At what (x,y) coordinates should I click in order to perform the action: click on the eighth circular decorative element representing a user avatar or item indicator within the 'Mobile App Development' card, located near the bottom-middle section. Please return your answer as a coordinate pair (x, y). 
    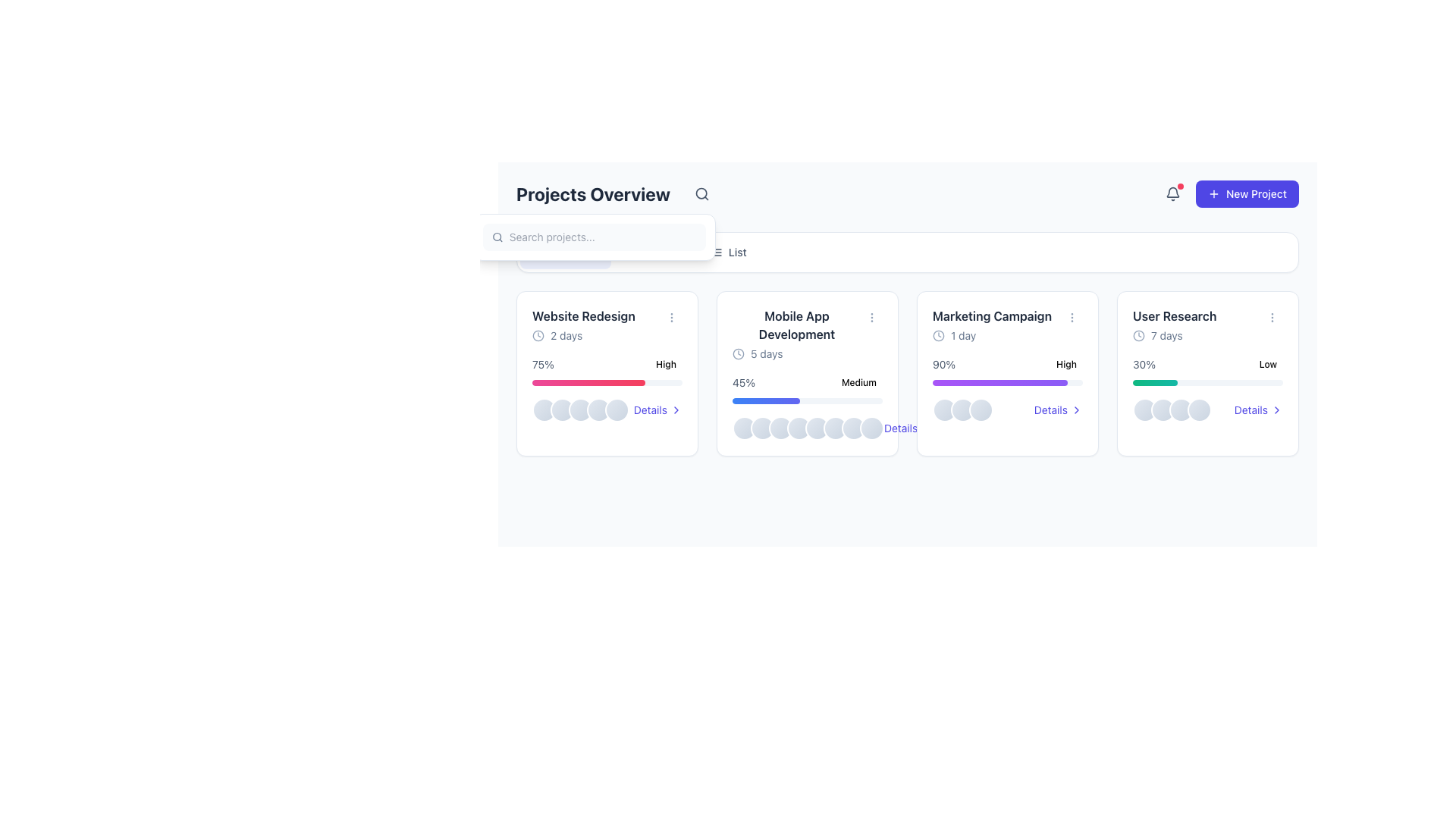
    Looking at the image, I should click on (872, 428).